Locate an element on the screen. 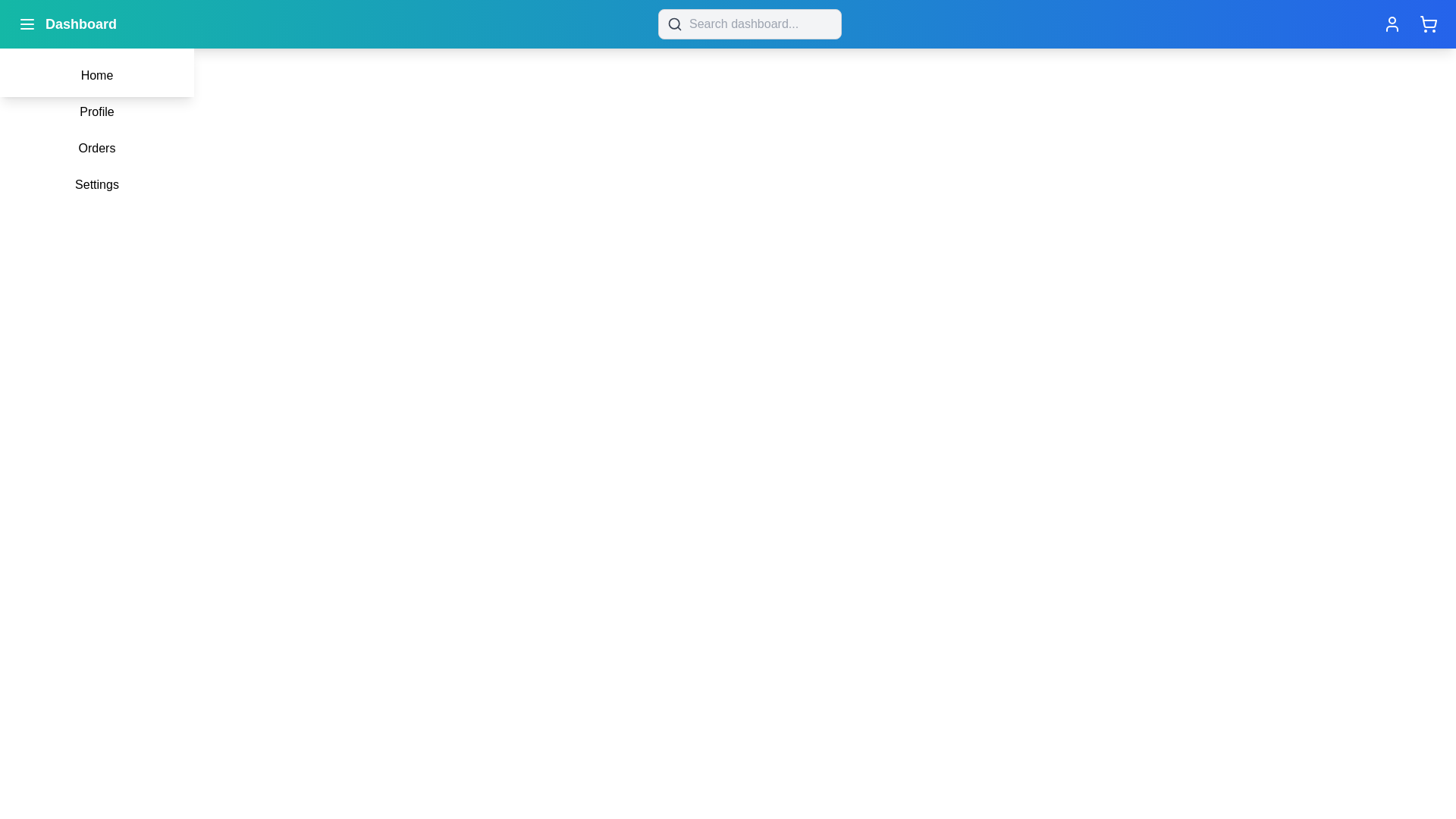 This screenshot has height=819, width=1456. the third Menu Item in the navigation list is located at coordinates (96, 149).